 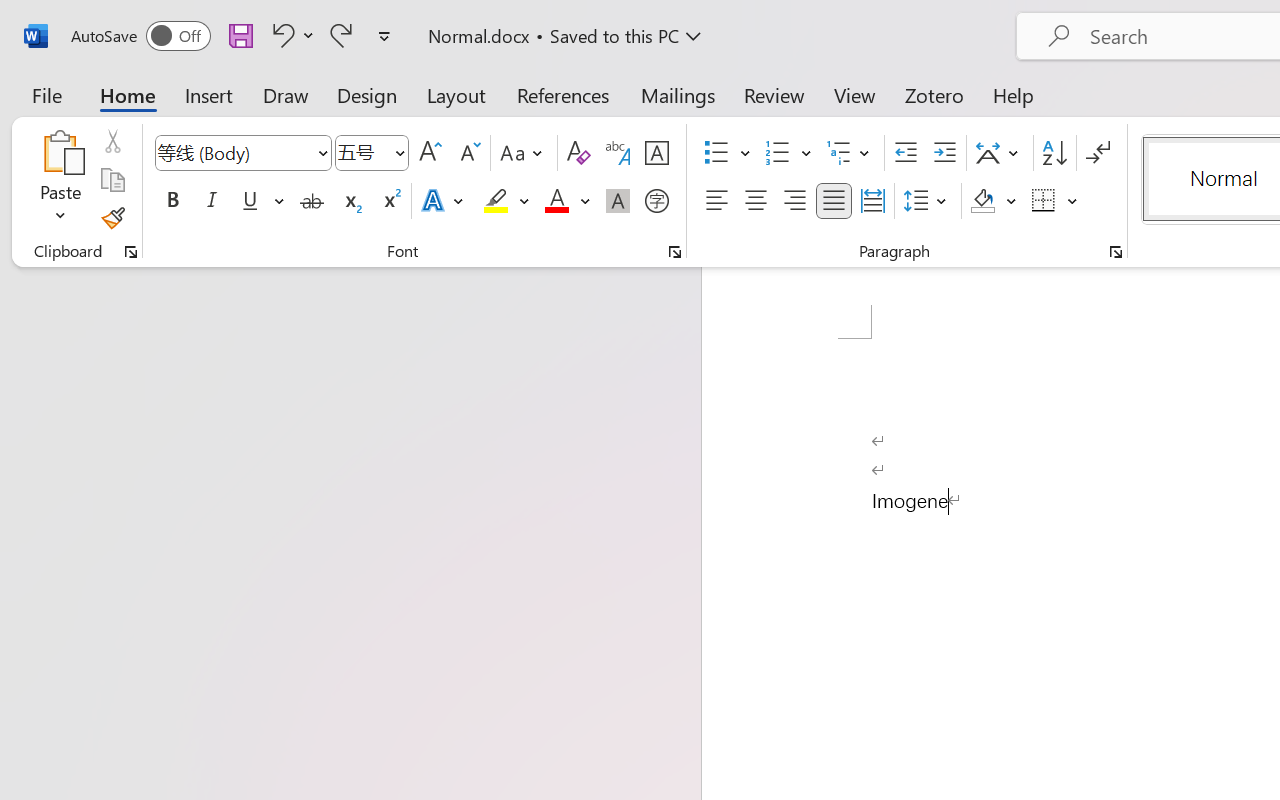 I want to click on 'Distributed', so click(x=872, y=201).